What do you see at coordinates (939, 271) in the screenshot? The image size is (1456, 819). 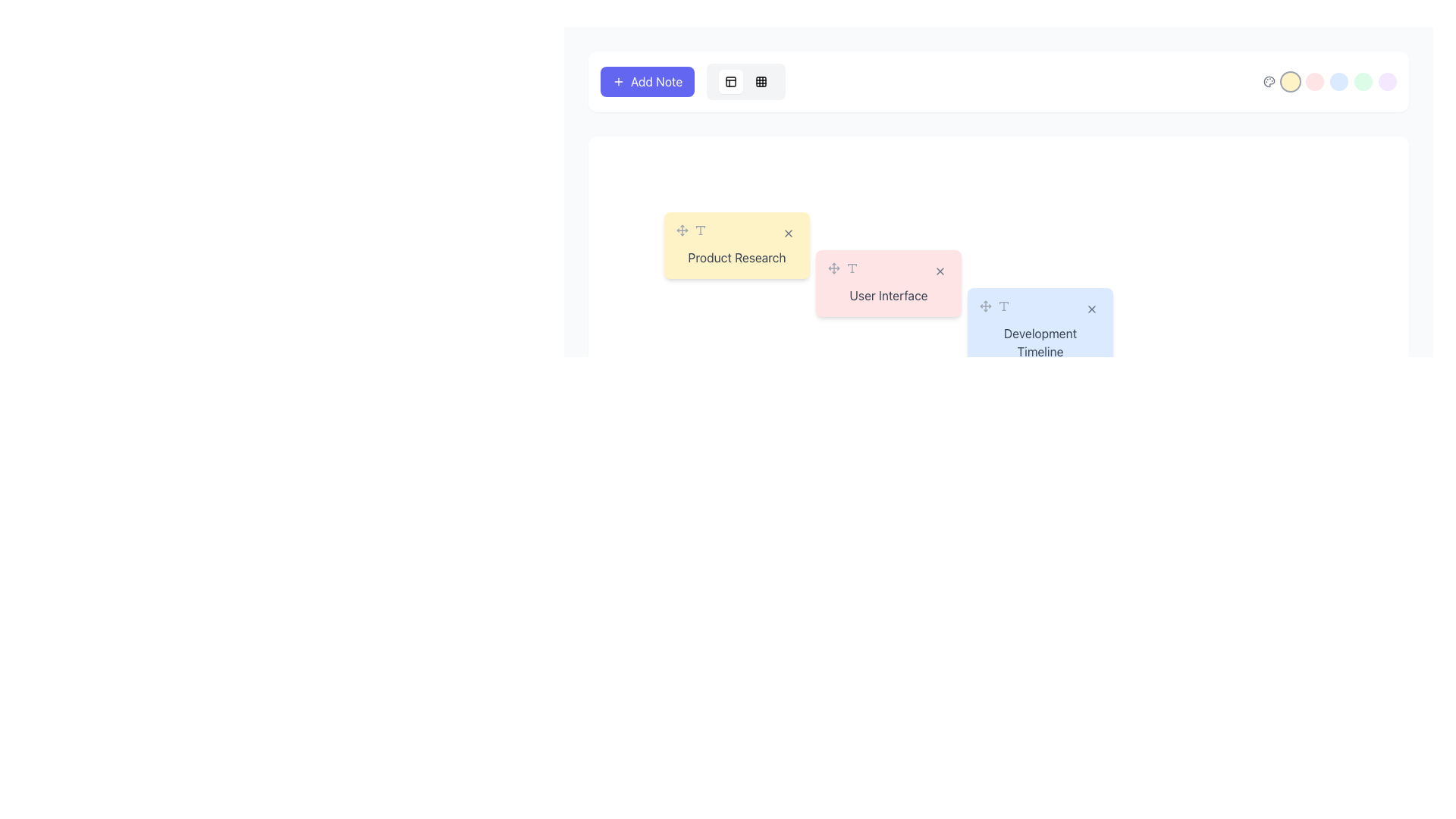 I see `the close button located in the top-right corner of the reddish 'User Interface' card to trigger a tooltip or visual feedback` at bounding box center [939, 271].